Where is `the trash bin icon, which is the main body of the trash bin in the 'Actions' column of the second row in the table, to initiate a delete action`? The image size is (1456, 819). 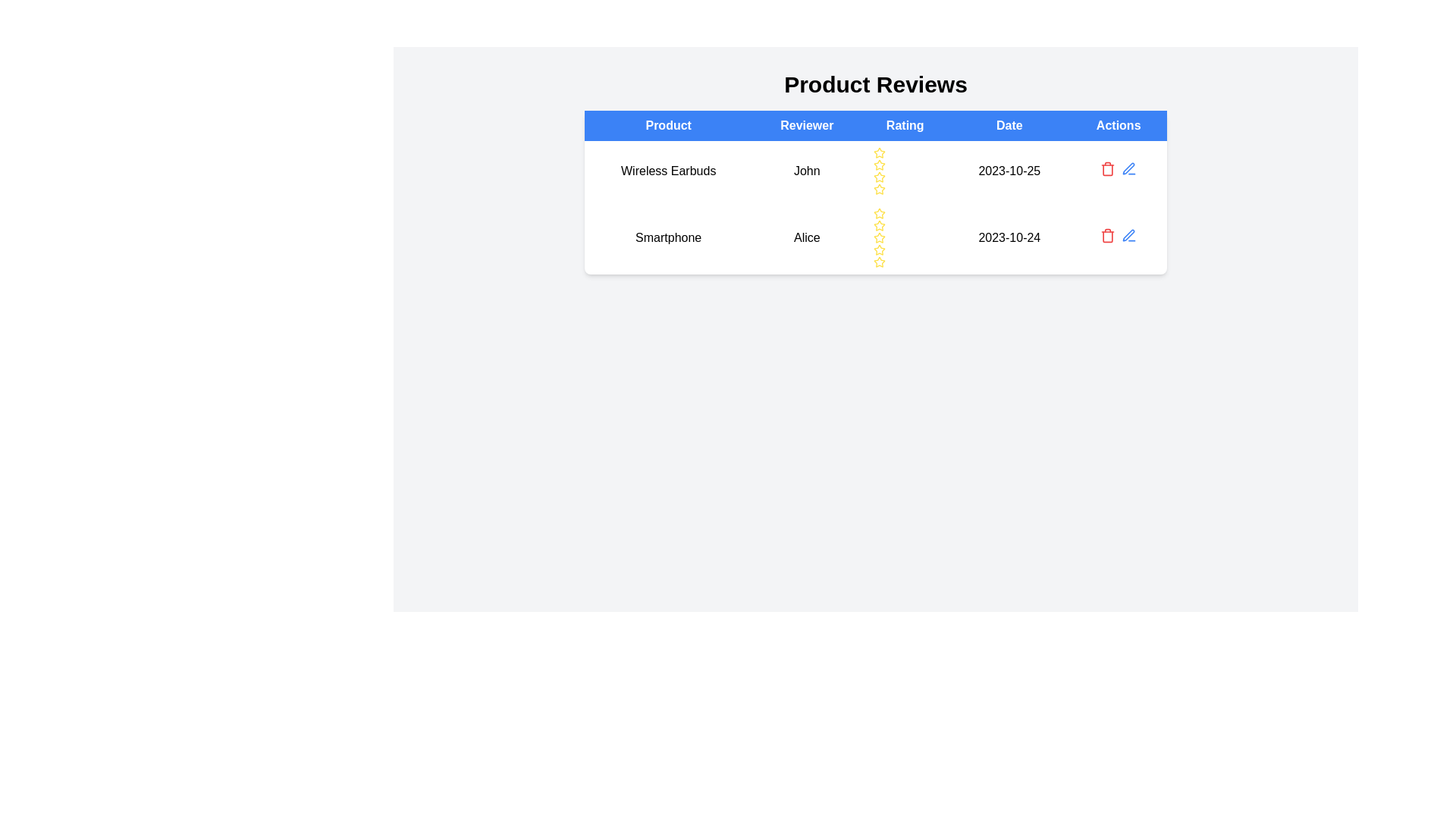 the trash bin icon, which is the main body of the trash bin in the 'Actions' column of the second row in the table, to initiate a delete action is located at coordinates (1108, 237).